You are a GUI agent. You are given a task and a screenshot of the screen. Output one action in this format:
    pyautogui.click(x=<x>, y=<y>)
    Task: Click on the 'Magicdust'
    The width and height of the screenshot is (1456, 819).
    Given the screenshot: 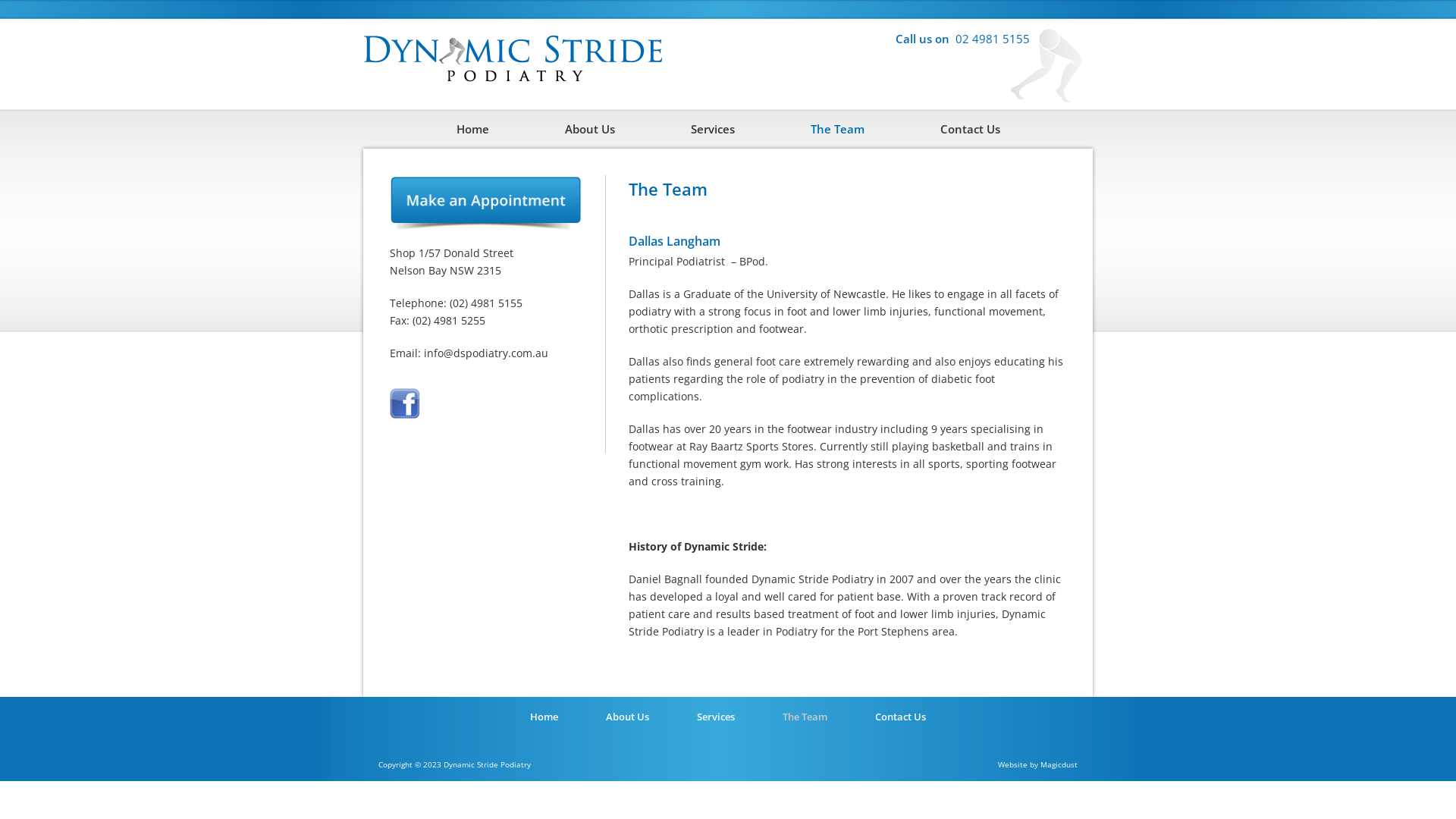 What is the action you would take?
    pyautogui.click(x=1058, y=764)
    